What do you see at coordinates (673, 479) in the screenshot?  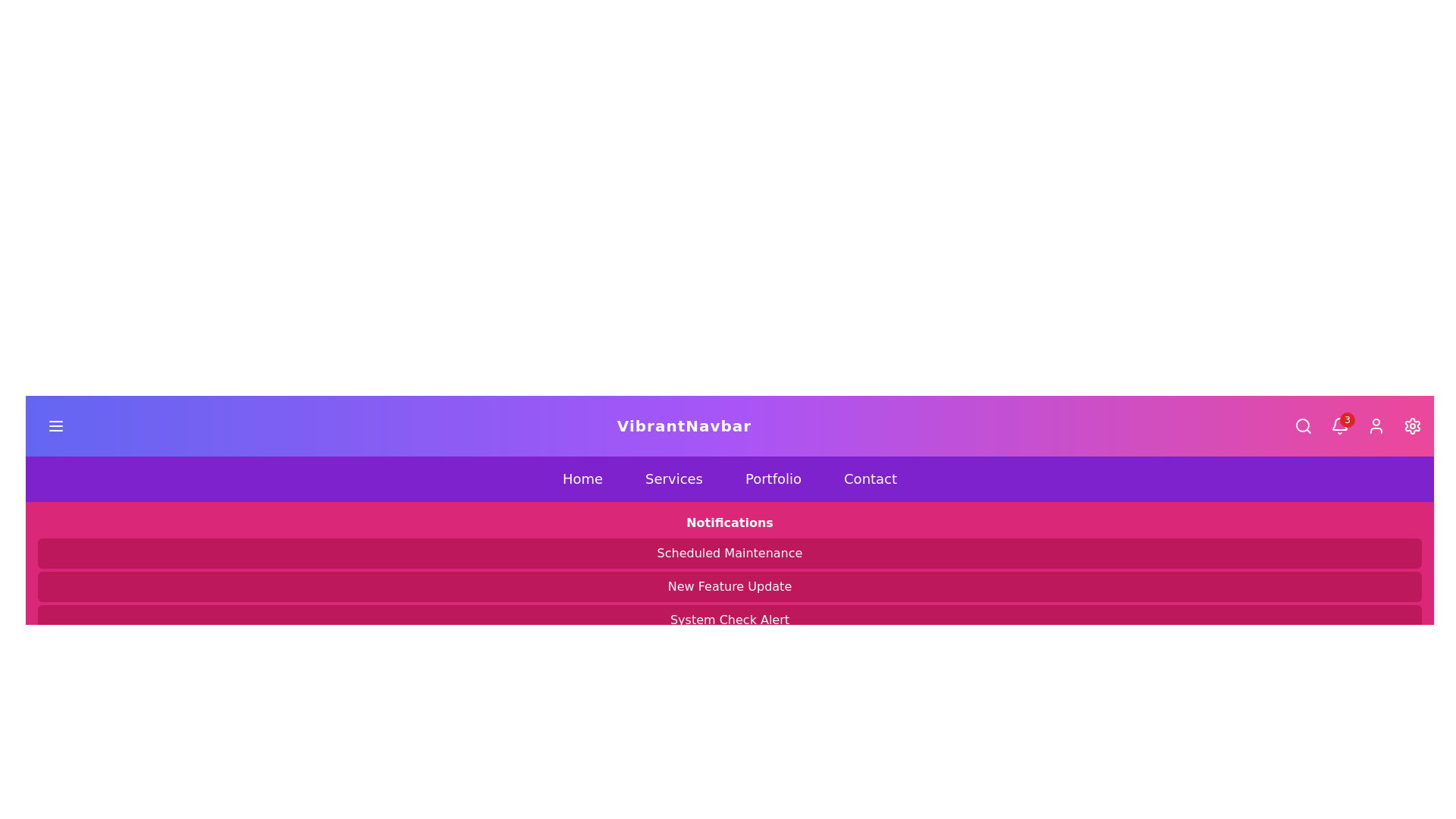 I see `the second button in the navbar, which redirects users to the 'Services' section, to trigger the visual hover effect` at bounding box center [673, 479].